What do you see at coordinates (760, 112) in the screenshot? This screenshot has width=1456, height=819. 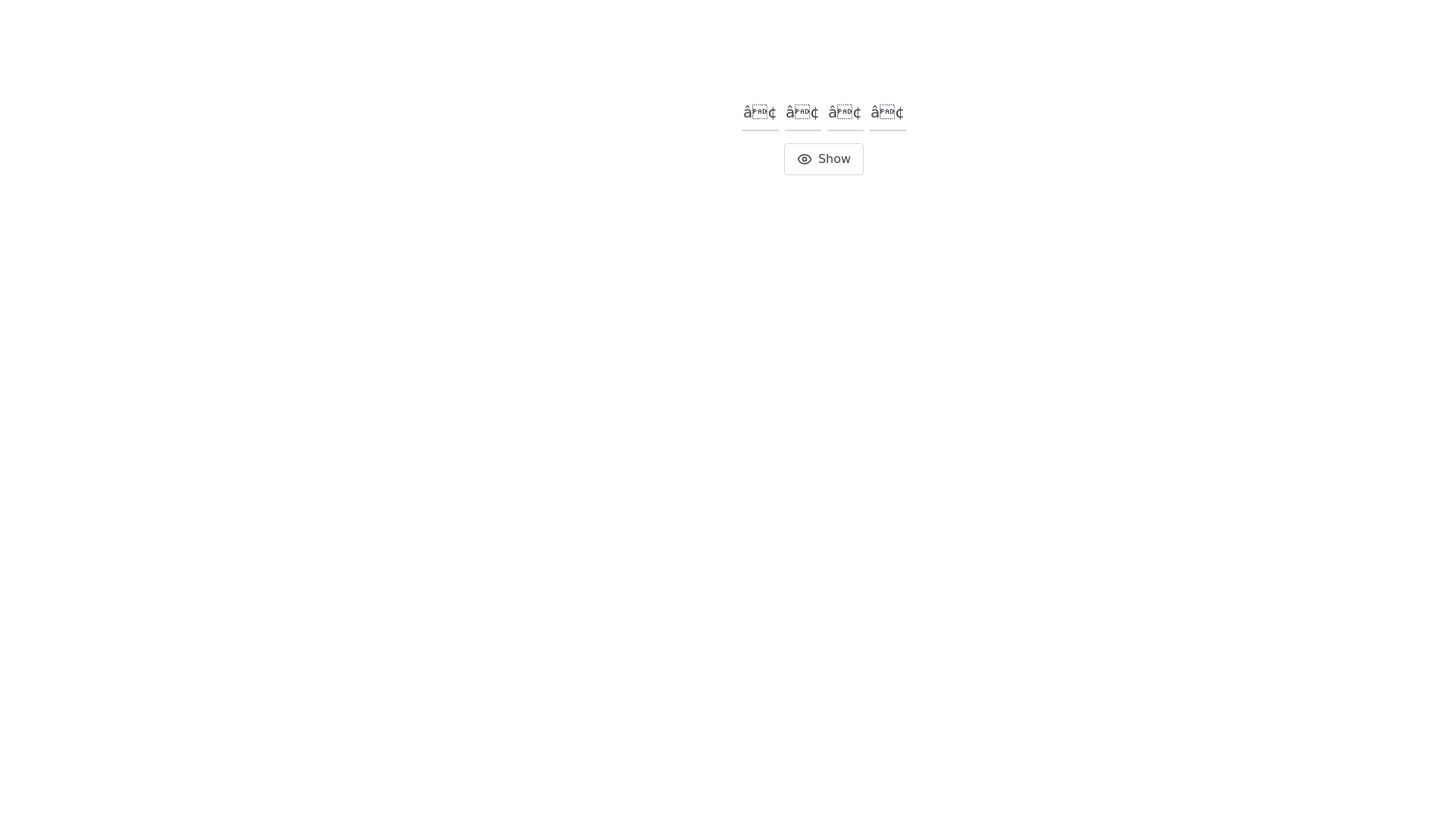 I see `to focus on the first text input field located at the farthest left in a series of four identical input fields` at bounding box center [760, 112].